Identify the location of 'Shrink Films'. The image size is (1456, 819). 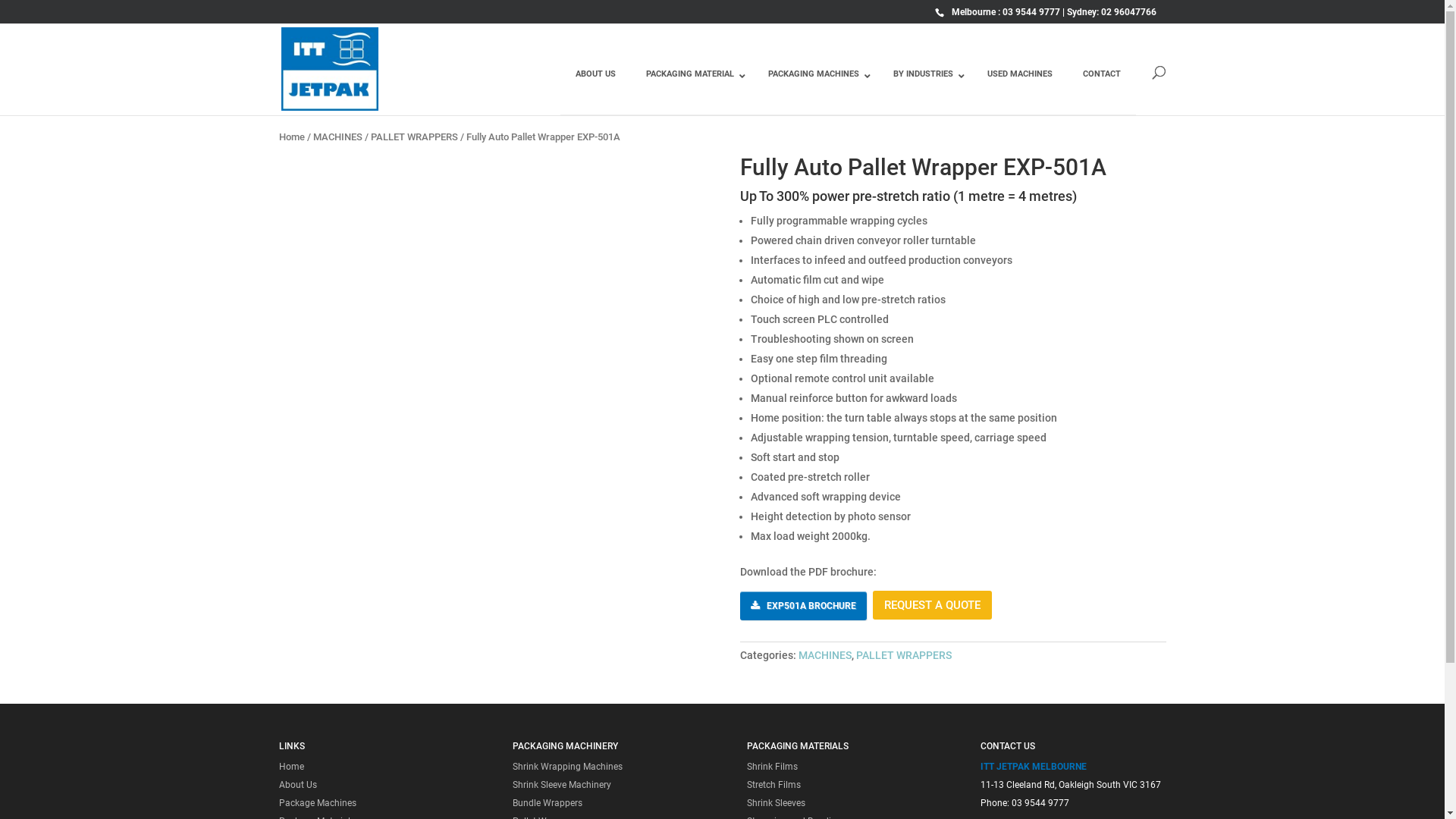
(772, 766).